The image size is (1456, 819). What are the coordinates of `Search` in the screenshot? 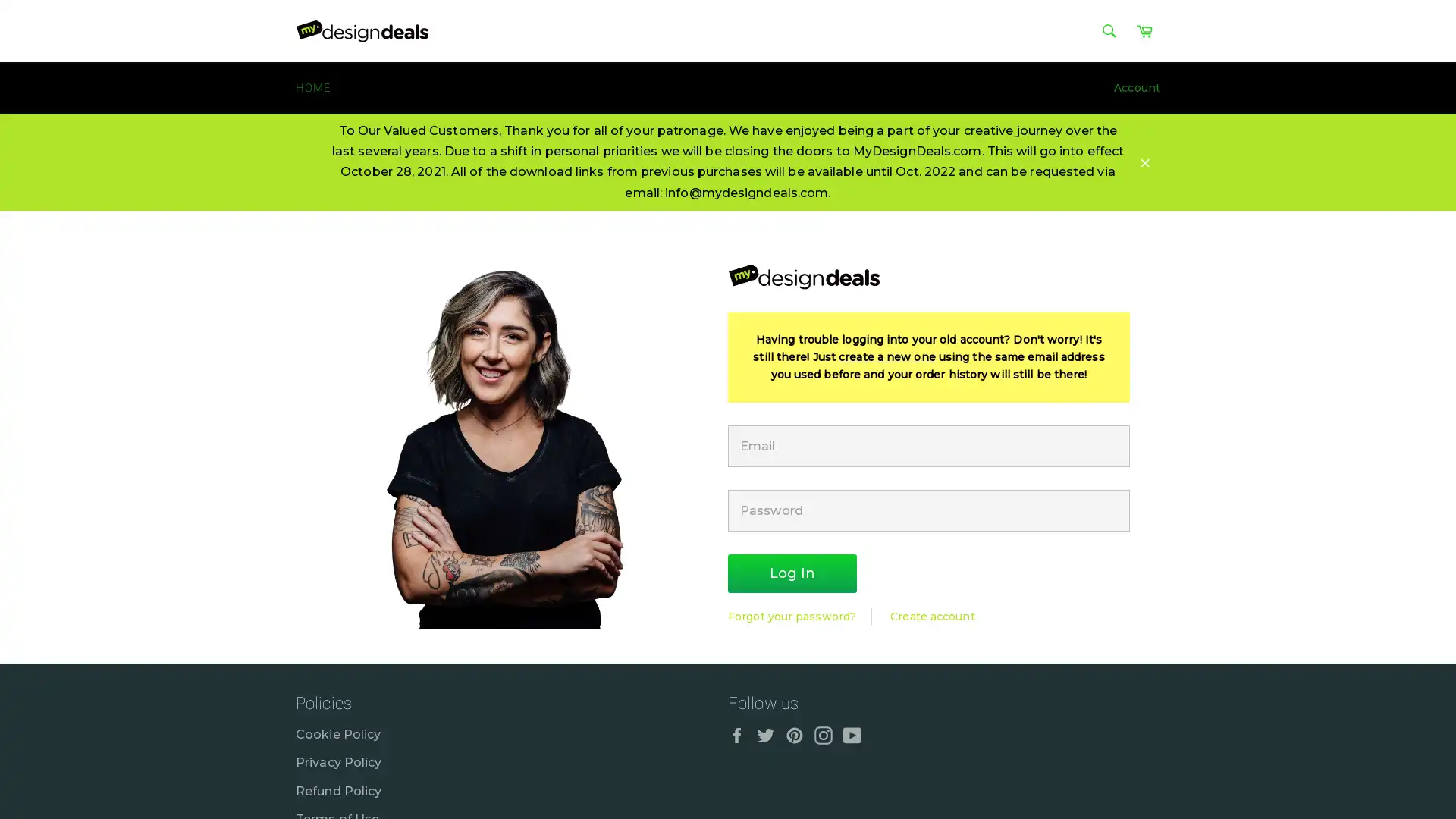 It's located at (1109, 31).